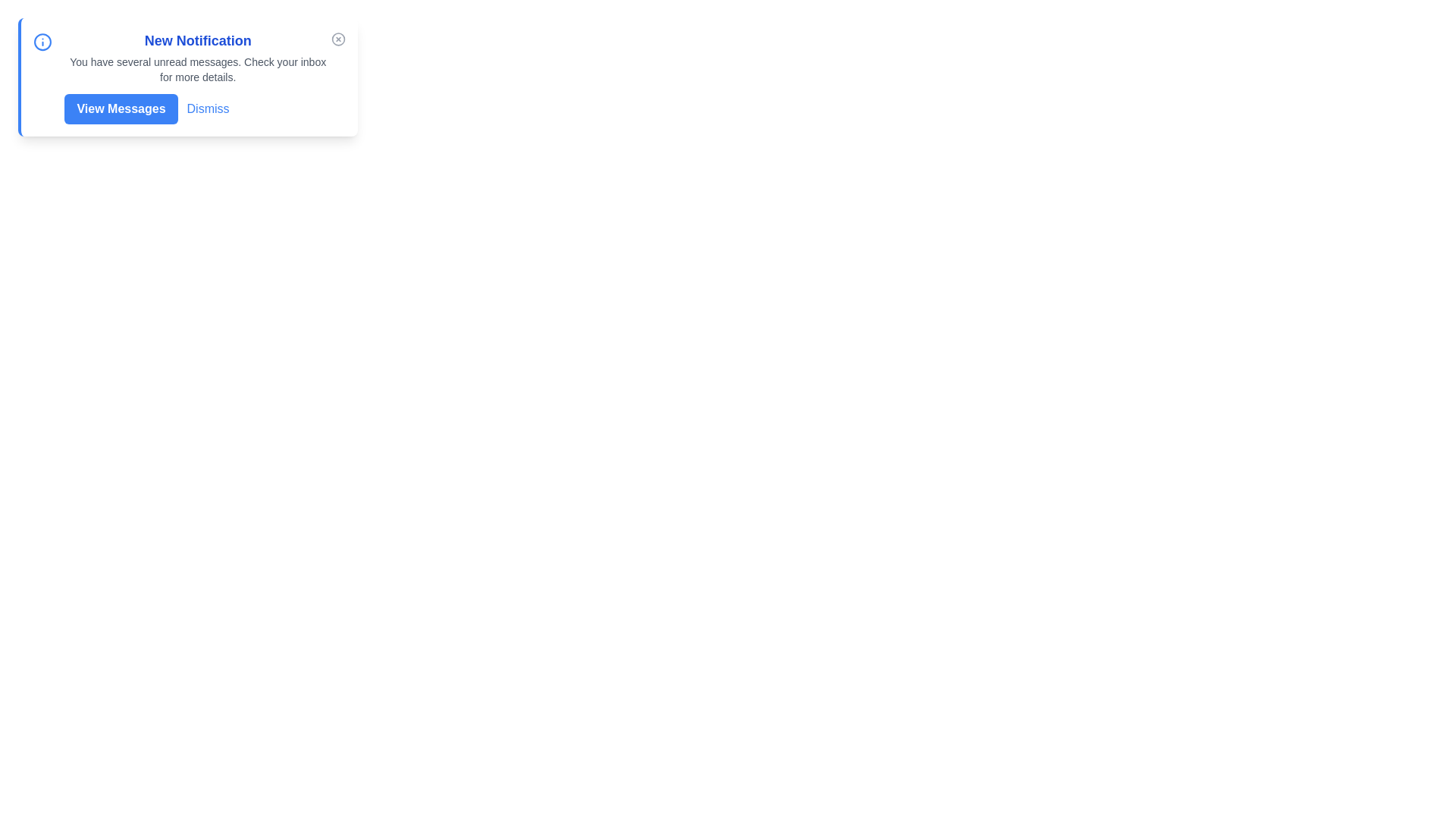  Describe the element at coordinates (197, 70) in the screenshot. I see `the text element displaying the message 'You have several unread messages. Check your inbox for more details.', which is located below the 'New Notification' title in the notification card` at that location.